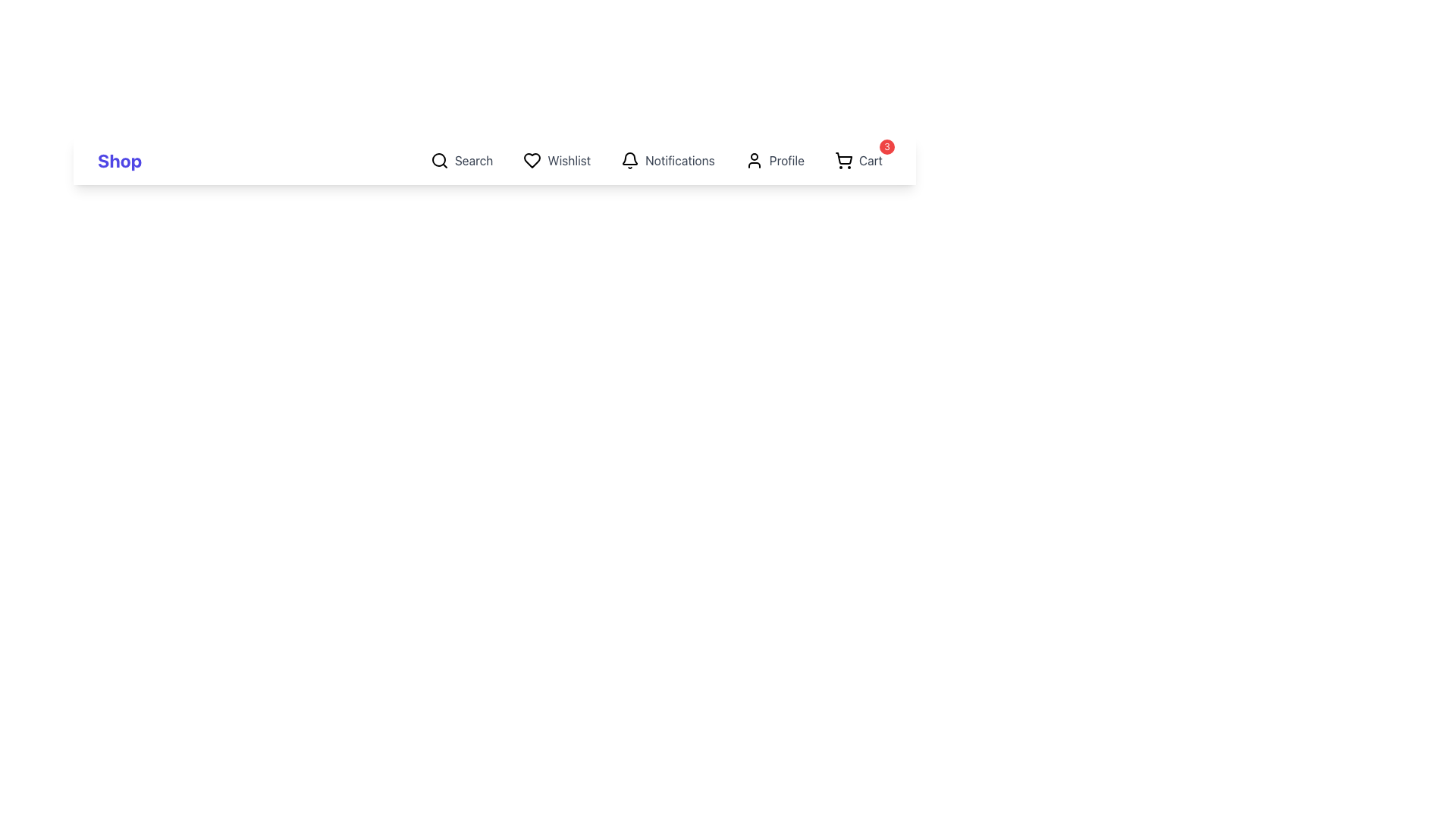 The height and width of the screenshot is (819, 1456). What do you see at coordinates (438, 161) in the screenshot?
I see `the magnifying glass icon located at the leftmost side of the 'Search' navigation link to initiate a search function` at bounding box center [438, 161].